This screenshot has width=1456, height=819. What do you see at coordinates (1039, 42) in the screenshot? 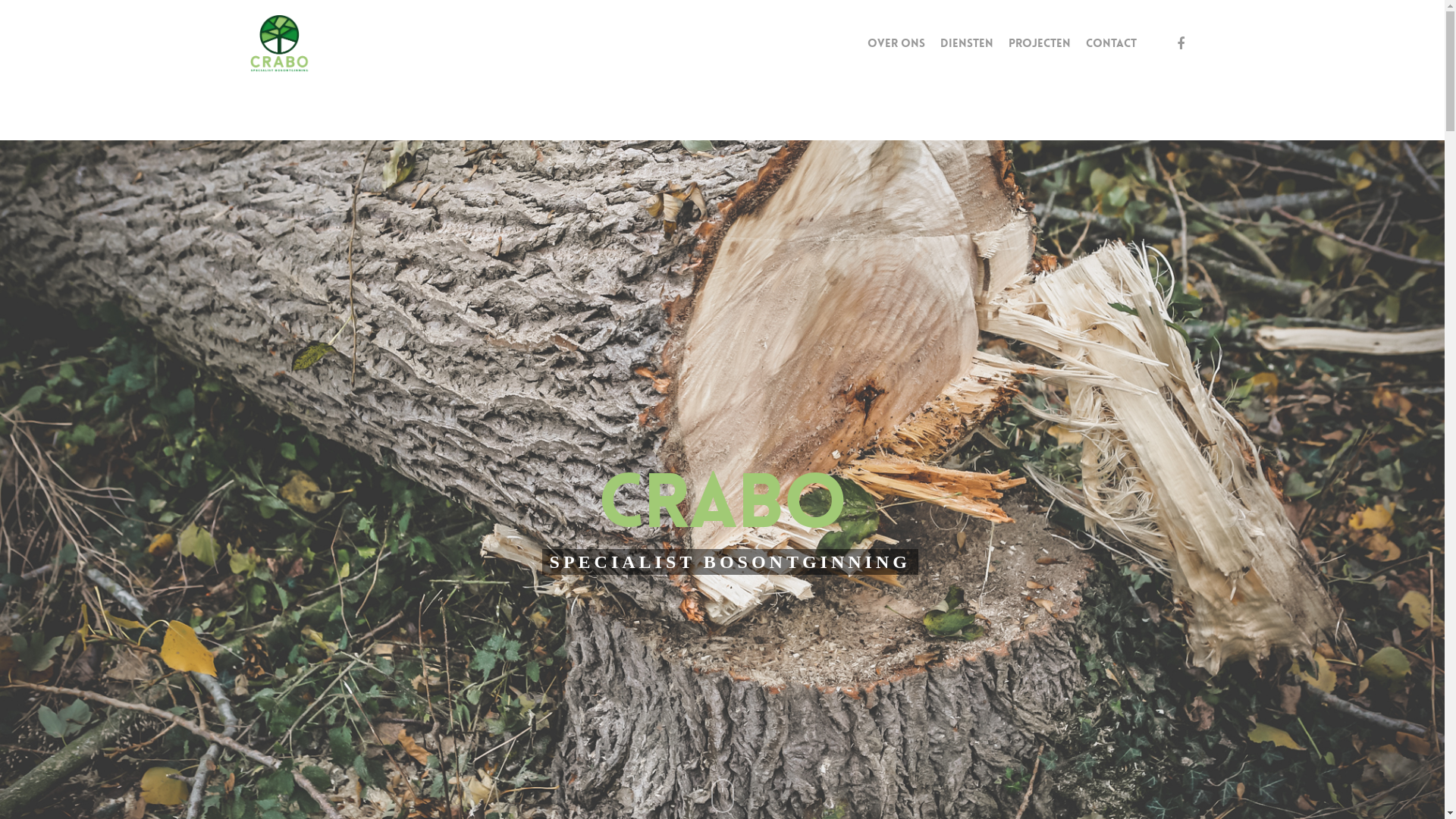
I see `'PROJECTEN'` at bounding box center [1039, 42].